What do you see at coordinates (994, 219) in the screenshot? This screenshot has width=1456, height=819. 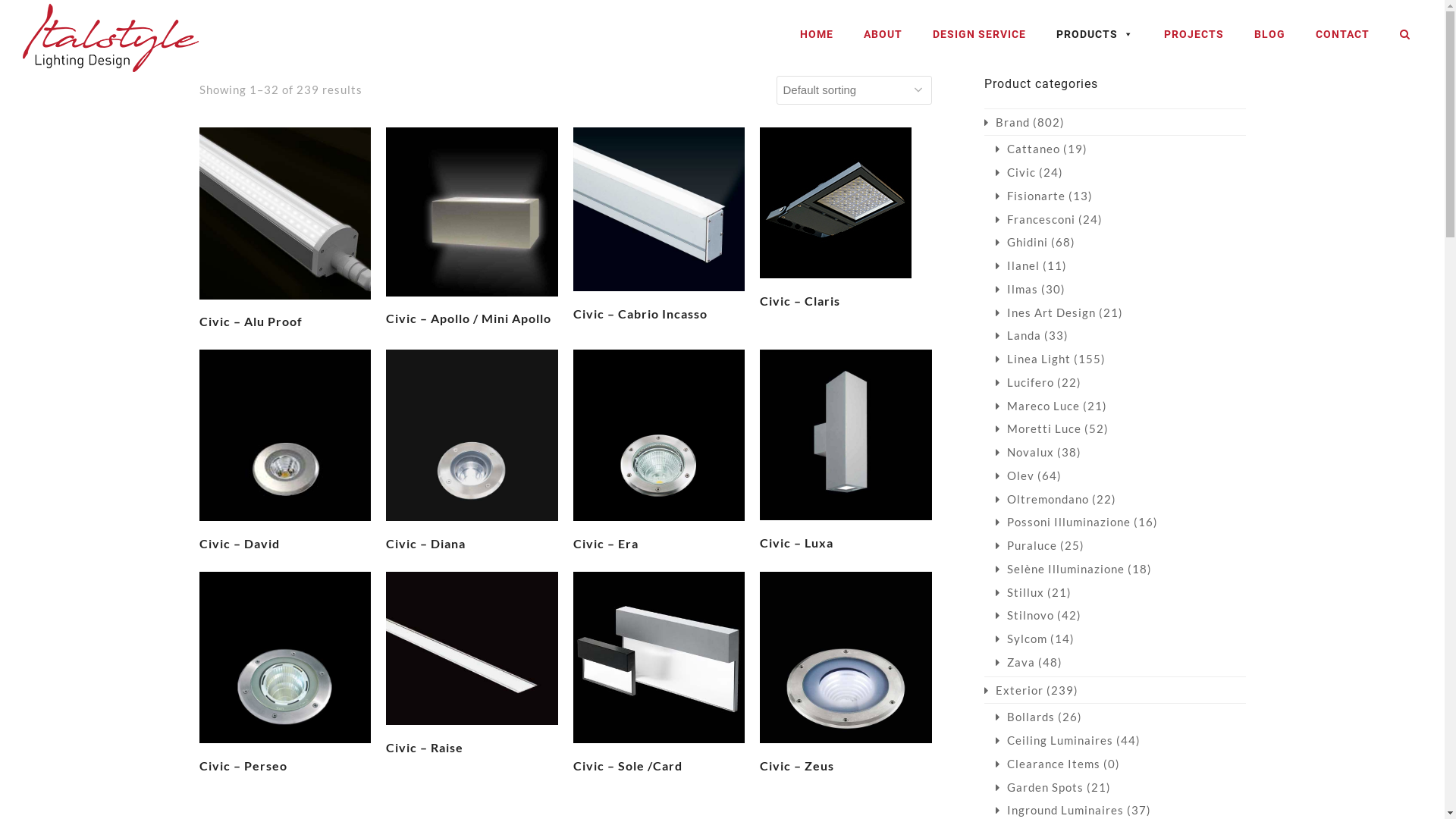 I see `'Francesconi'` at bounding box center [994, 219].